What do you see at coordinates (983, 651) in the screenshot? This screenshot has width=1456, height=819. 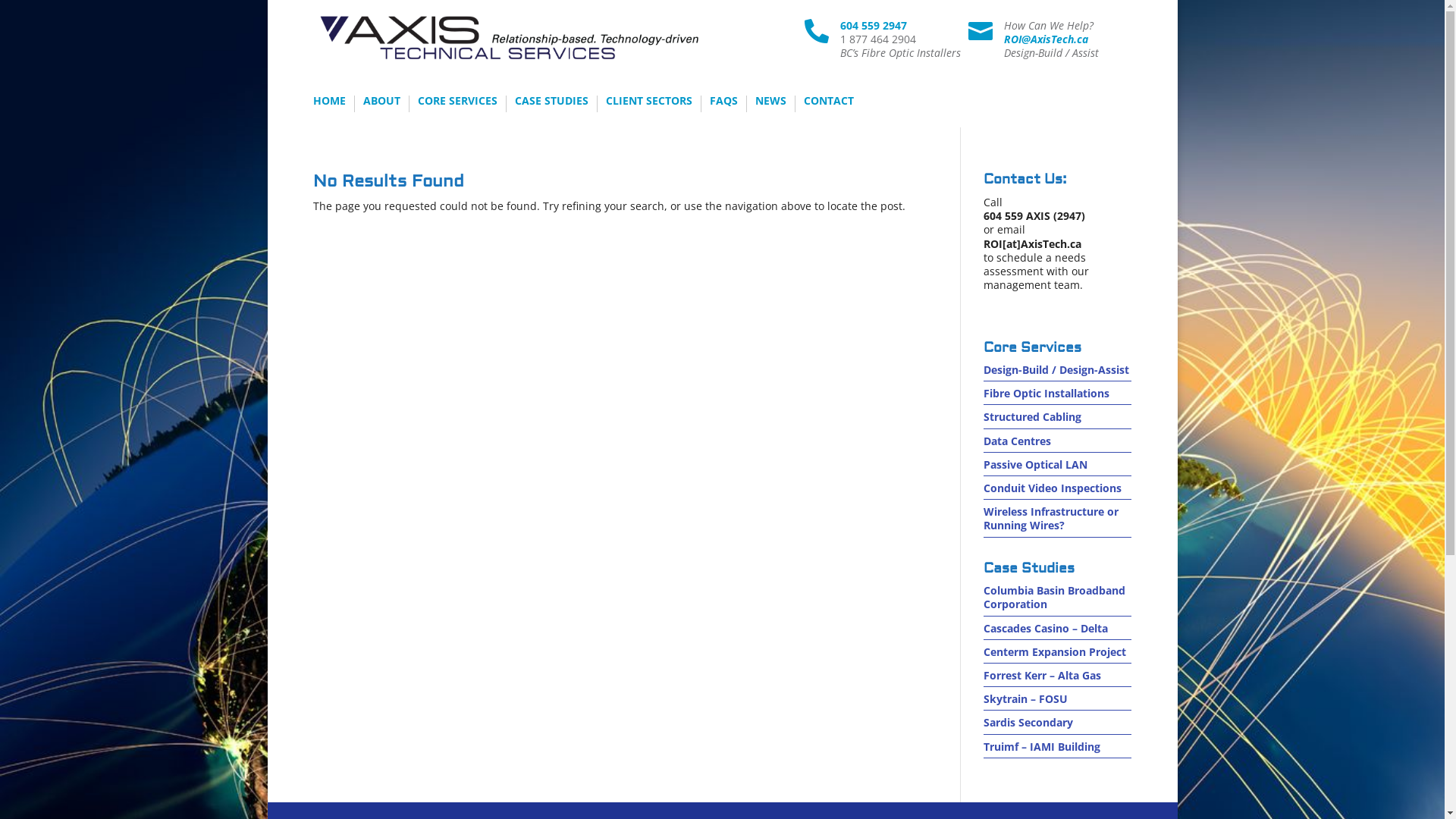 I see `'Centerm Expansion Project'` at bounding box center [983, 651].